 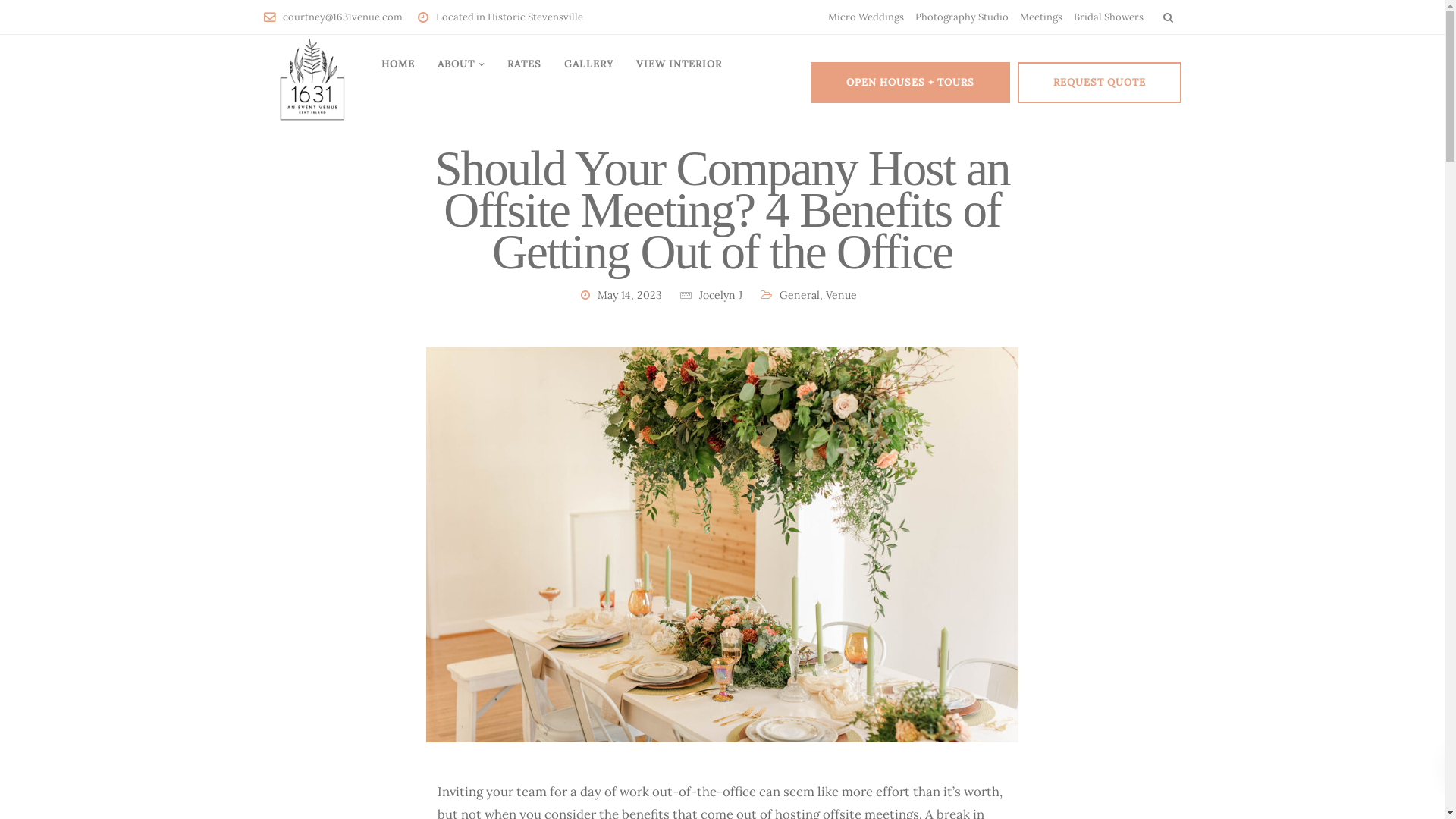 What do you see at coordinates (1099, 82) in the screenshot?
I see `'REQUEST QUOTE'` at bounding box center [1099, 82].